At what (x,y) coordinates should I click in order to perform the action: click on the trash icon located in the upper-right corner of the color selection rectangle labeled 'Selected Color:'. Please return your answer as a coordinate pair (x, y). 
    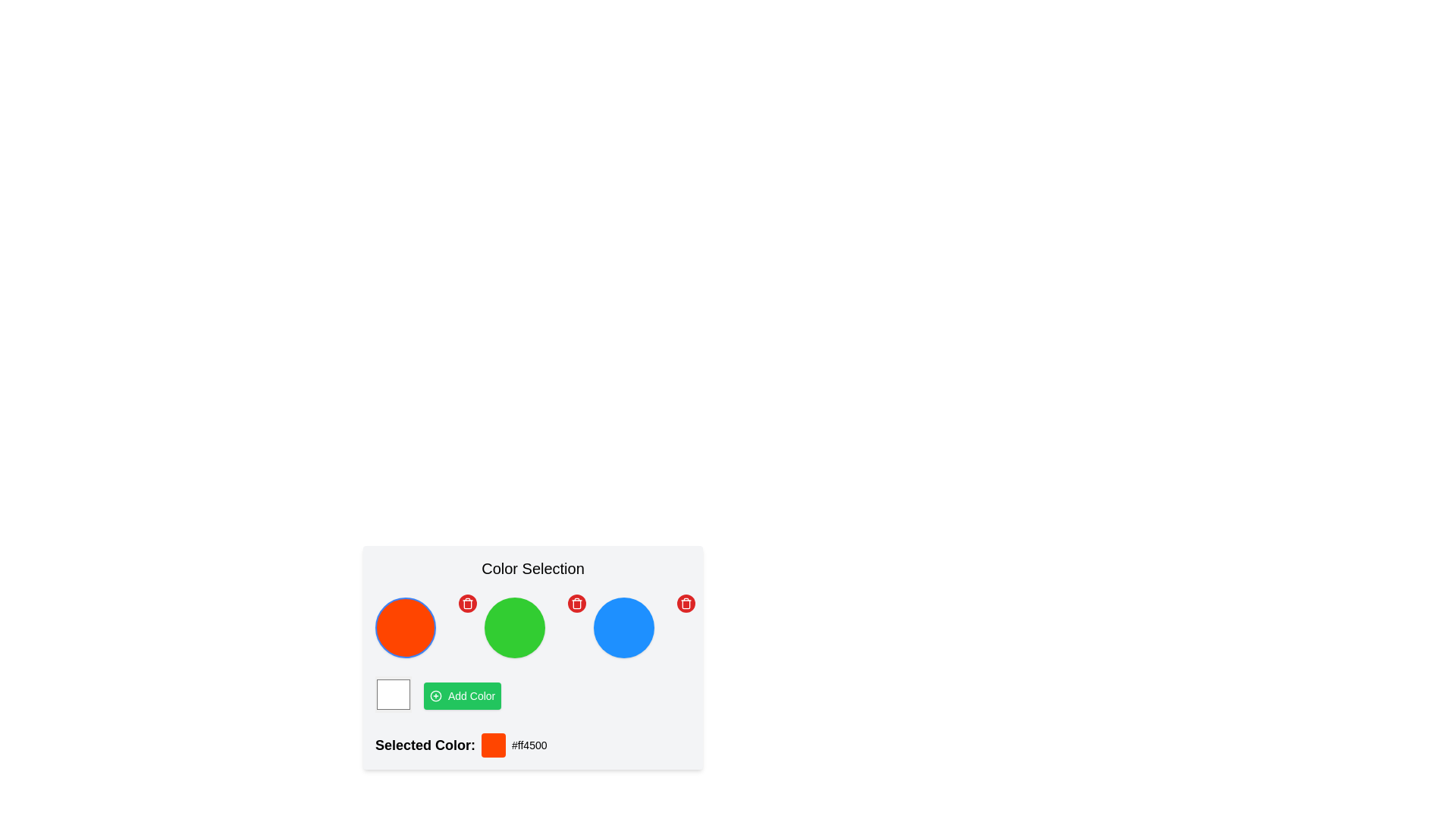
    Looking at the image, I should click on (467, 602).